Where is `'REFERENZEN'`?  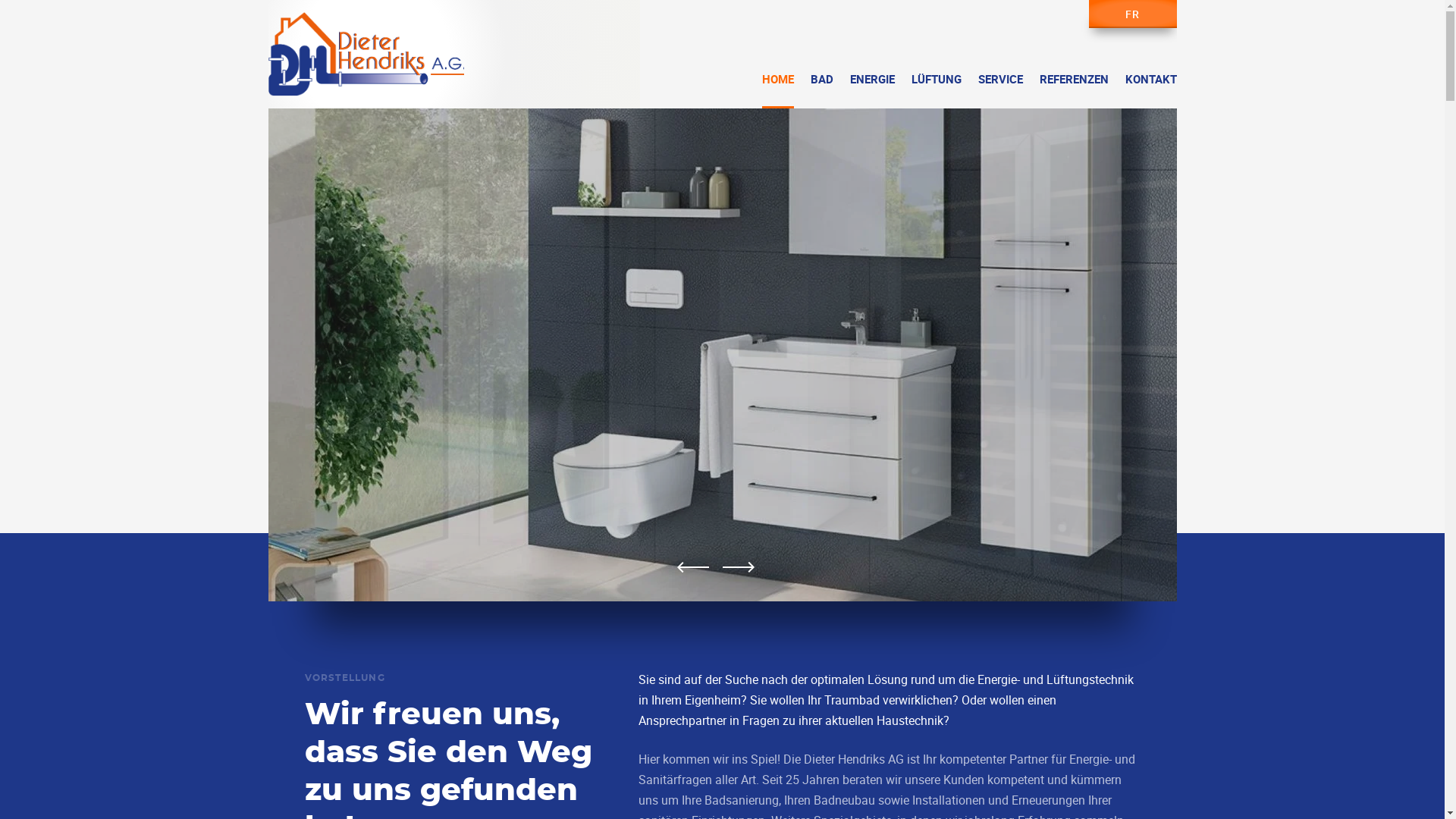
'REFERENZEN' is located at coordinates (1072, 90).